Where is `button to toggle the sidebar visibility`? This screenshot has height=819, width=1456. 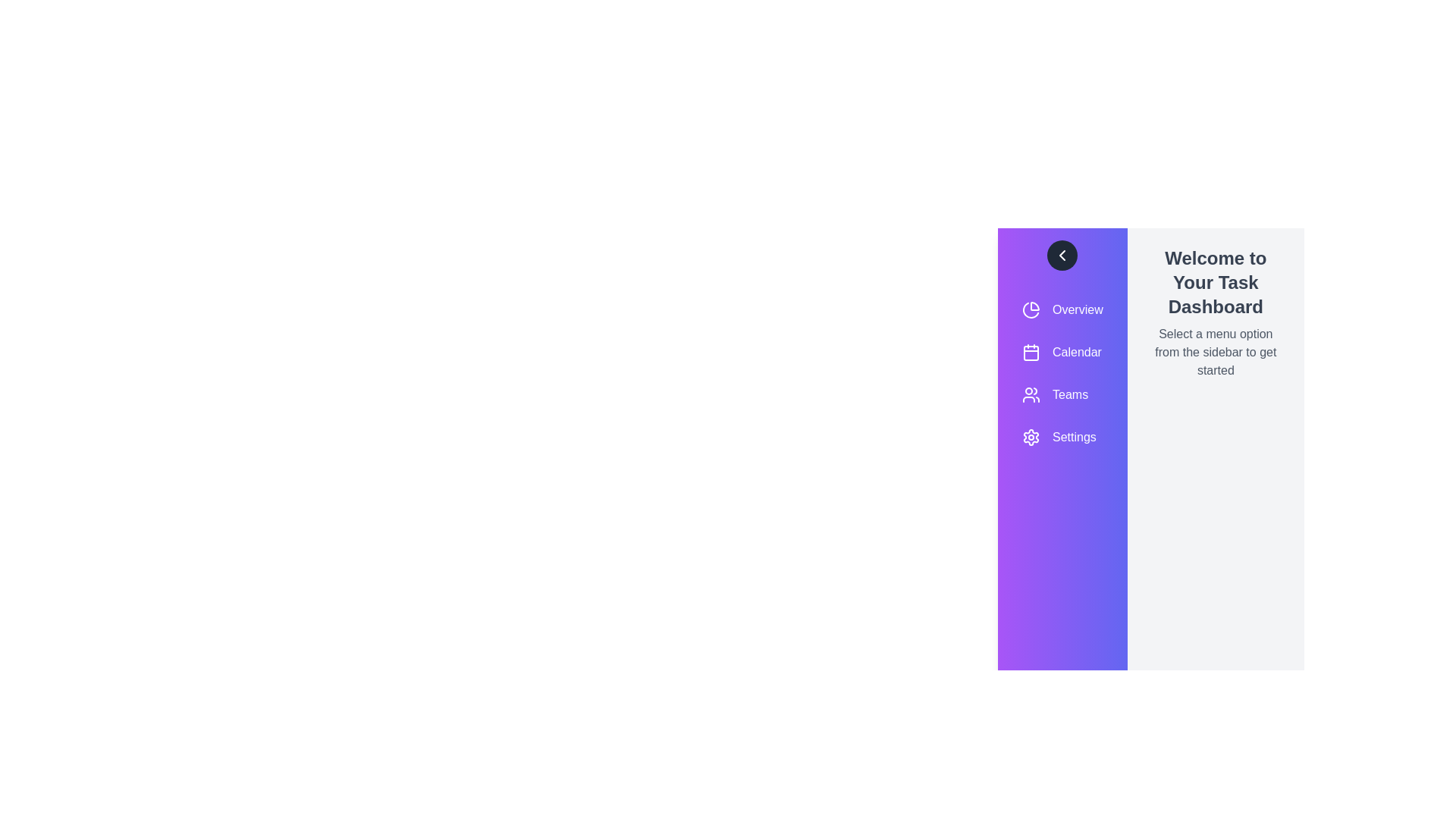
button to toggle the sidebar visibility is located at coordinates (1062, 254).